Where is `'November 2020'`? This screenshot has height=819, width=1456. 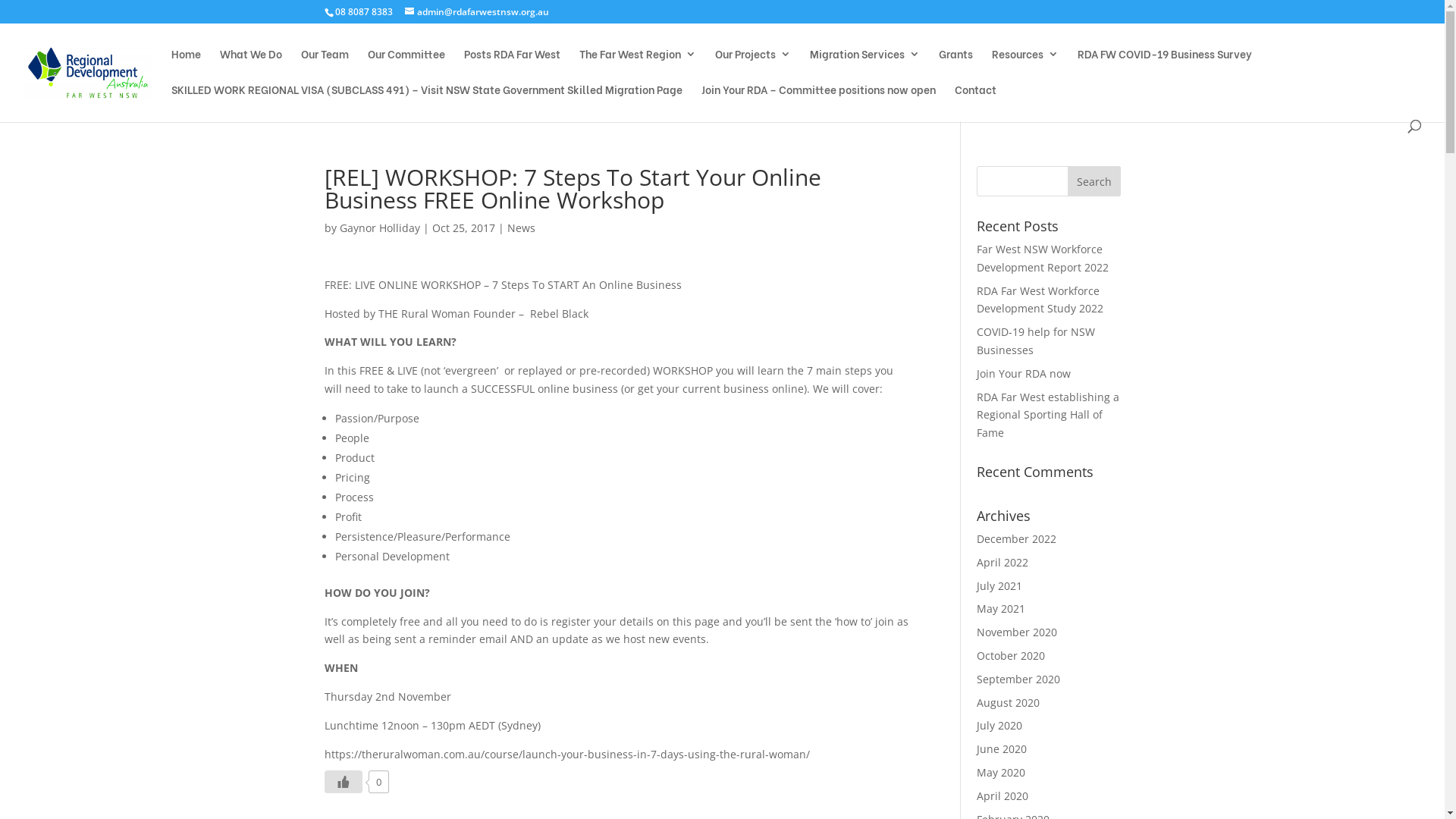 'November 2020' is located at coordinates (1016, 632).